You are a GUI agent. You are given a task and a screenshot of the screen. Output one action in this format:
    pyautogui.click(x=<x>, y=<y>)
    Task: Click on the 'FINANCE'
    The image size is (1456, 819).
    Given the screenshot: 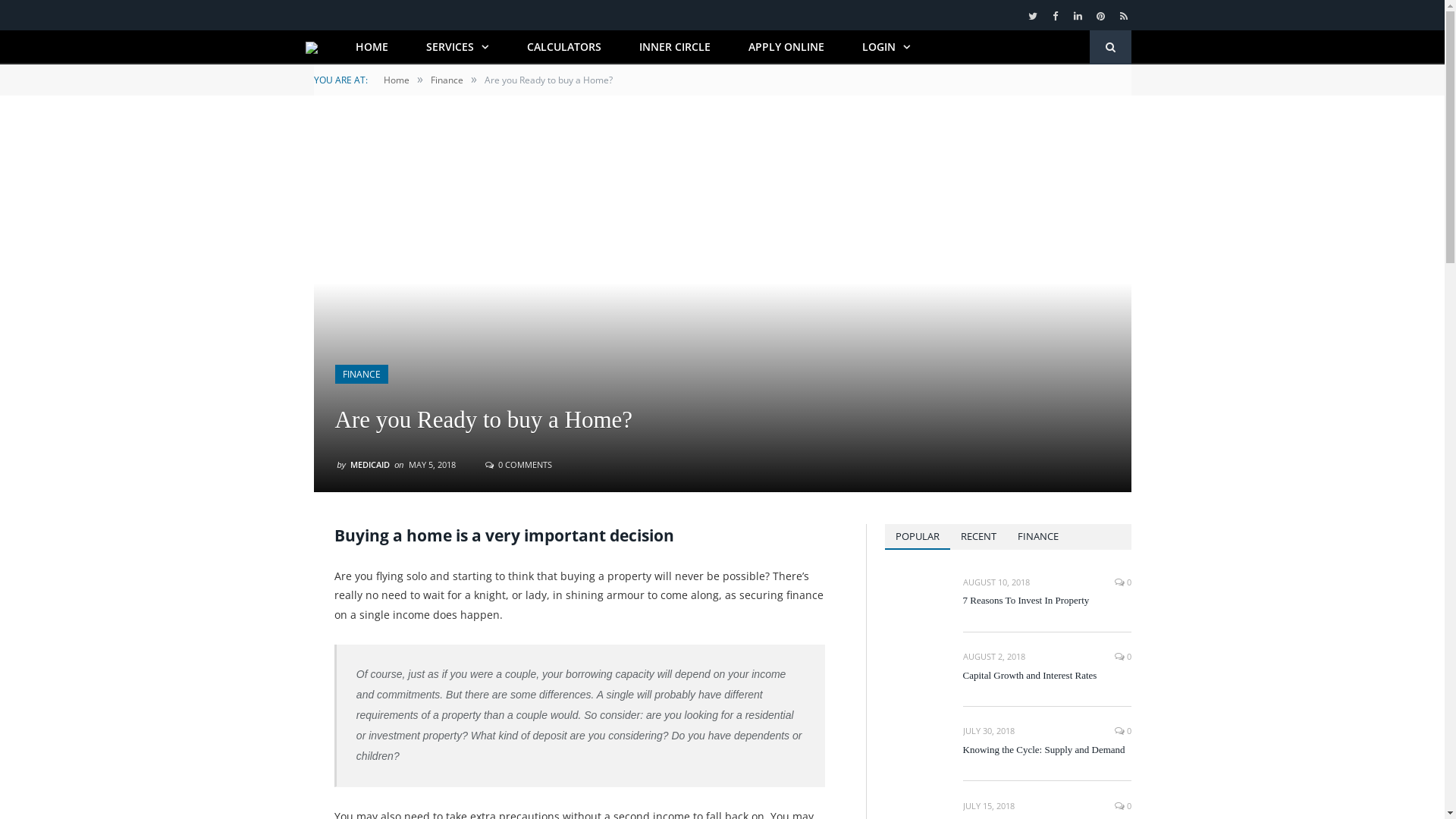 What is the action you would take?
    pyautogui.click(x=360, y=374)
    